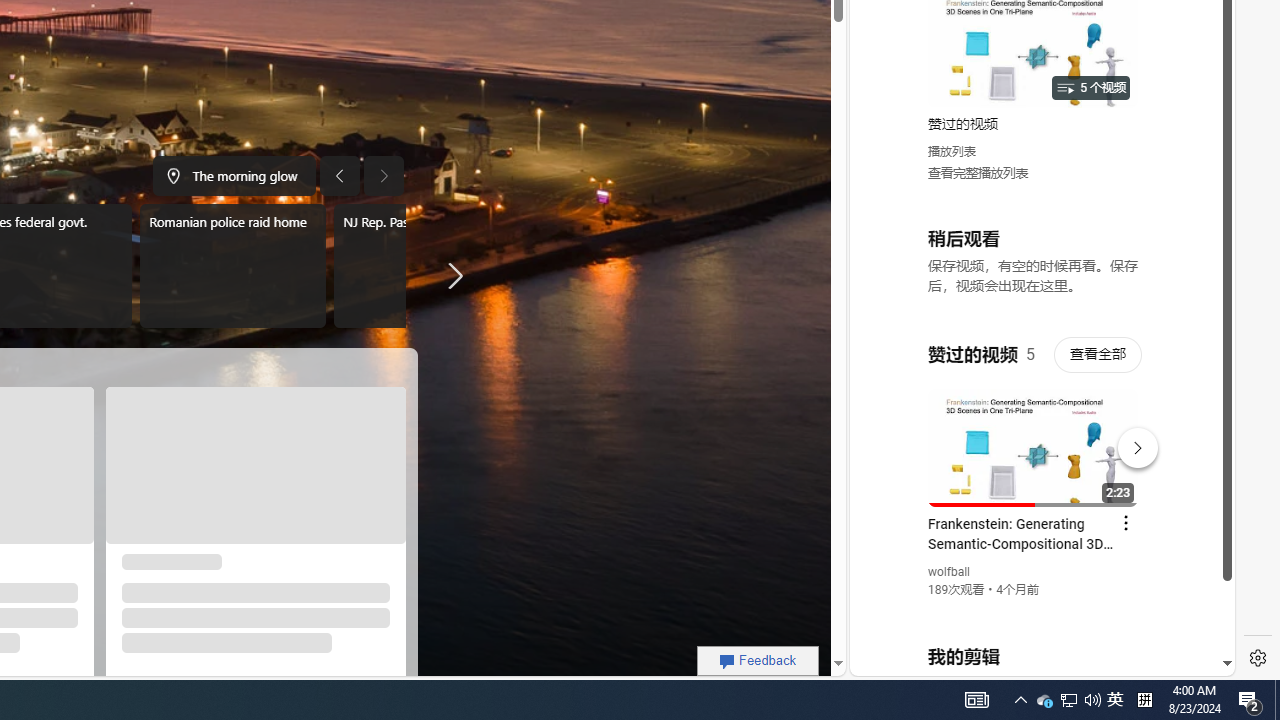  I want to click on 'Previous image', so click(339, 175).